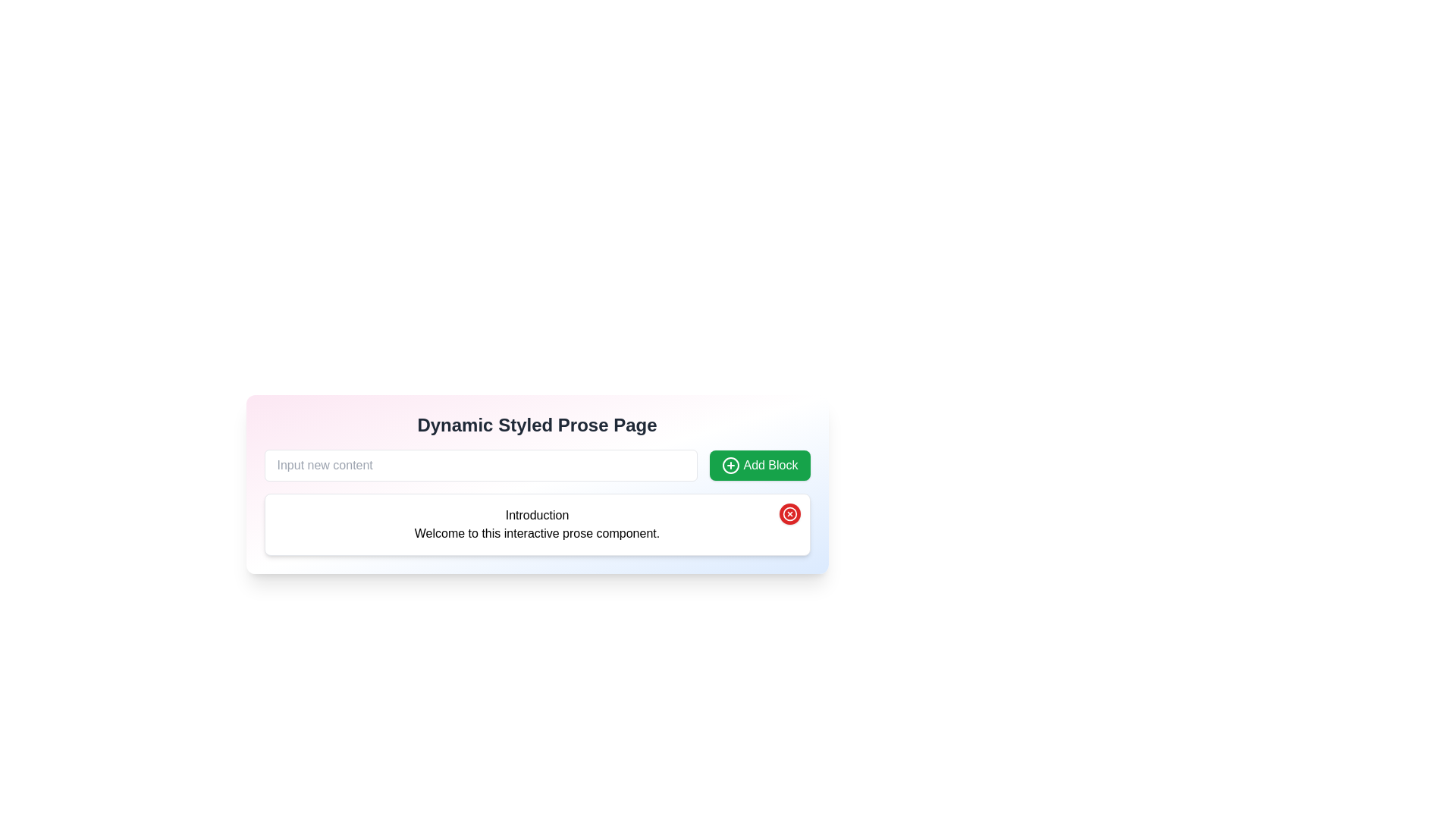  What do you see at coordinates (789, 513) in the screenshot?
I see `the Circle SVG element located in the bottom-right corner of the white card` at bounding box center [789, 513].